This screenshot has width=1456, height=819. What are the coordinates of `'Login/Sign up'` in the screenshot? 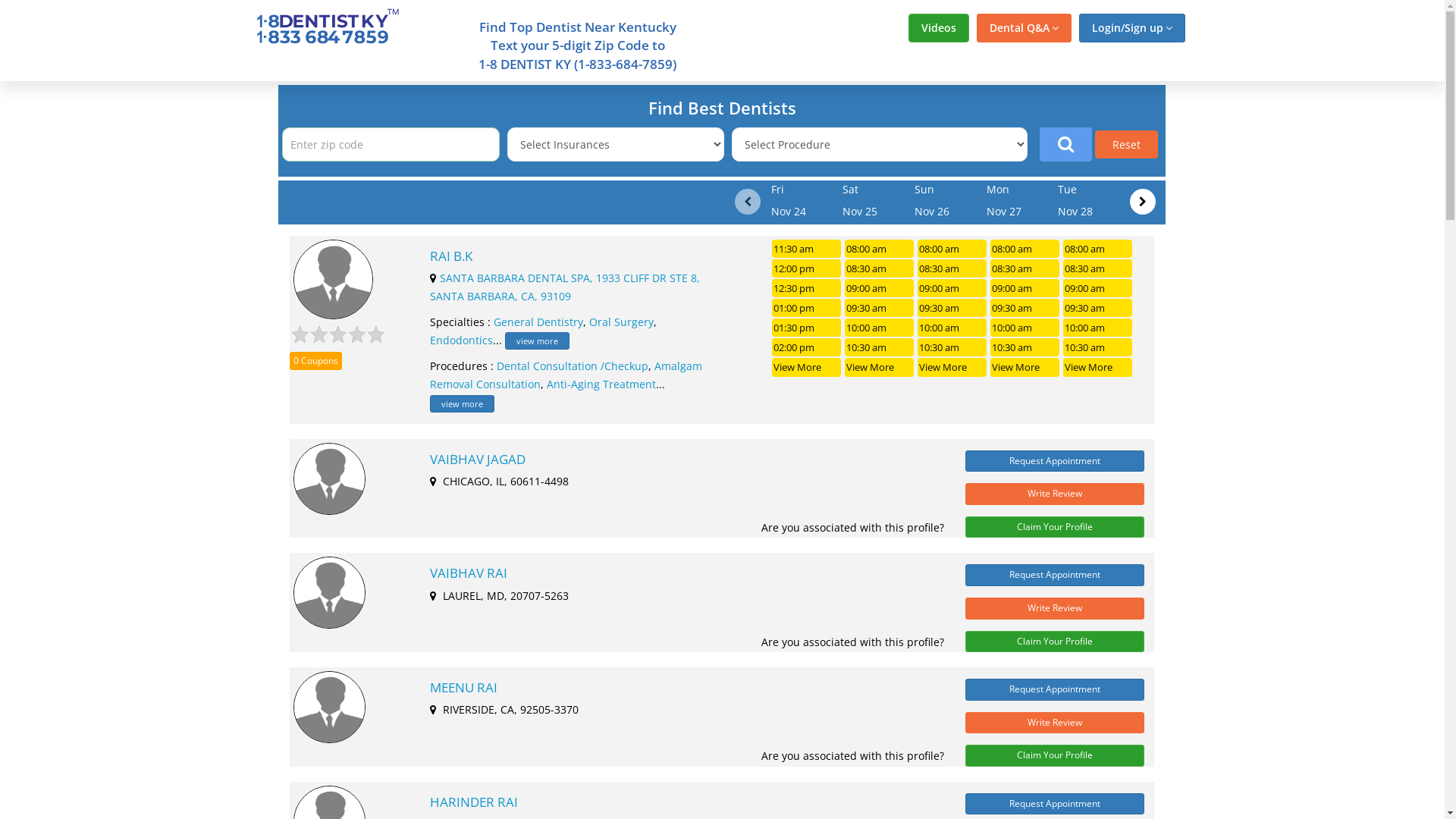 It's located at (1131, 28).